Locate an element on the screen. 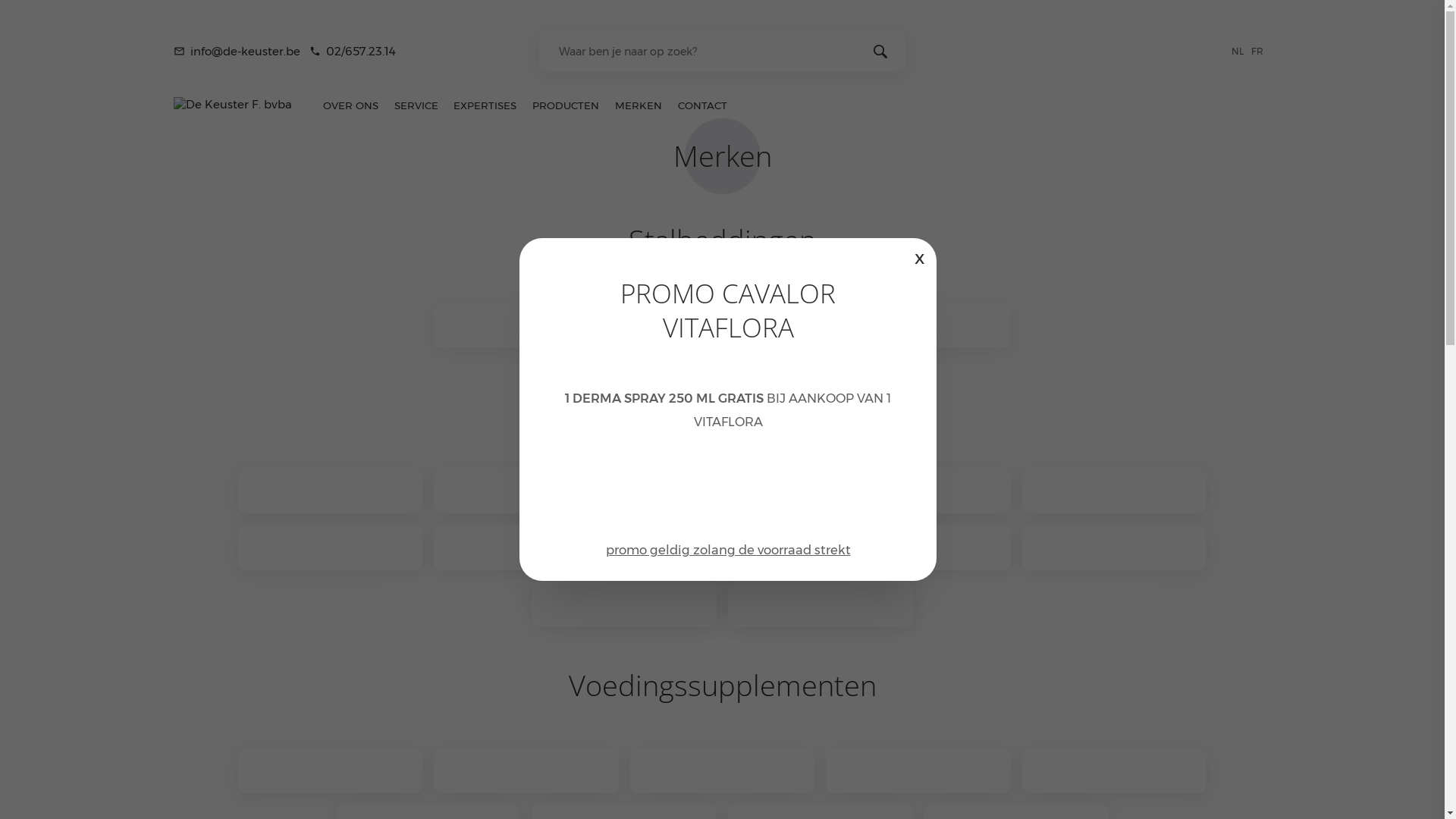 The height and width of the screenshot is (819, 1456). 'CONTACT' is located at coordinates (670, 104).